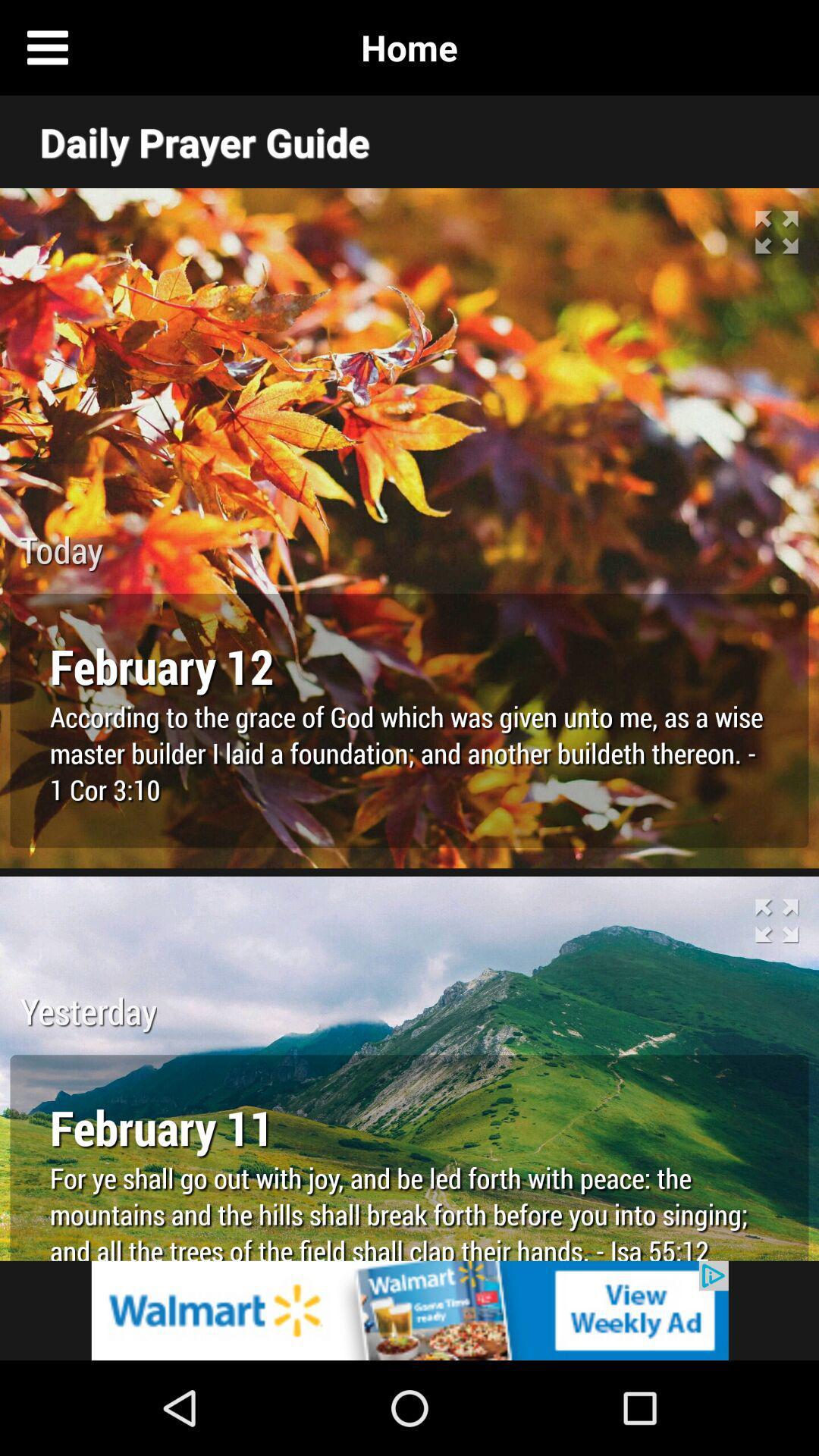 The width and height of the screenshot is (819, 1456). I want to click on new tab page, so click(771, 47).